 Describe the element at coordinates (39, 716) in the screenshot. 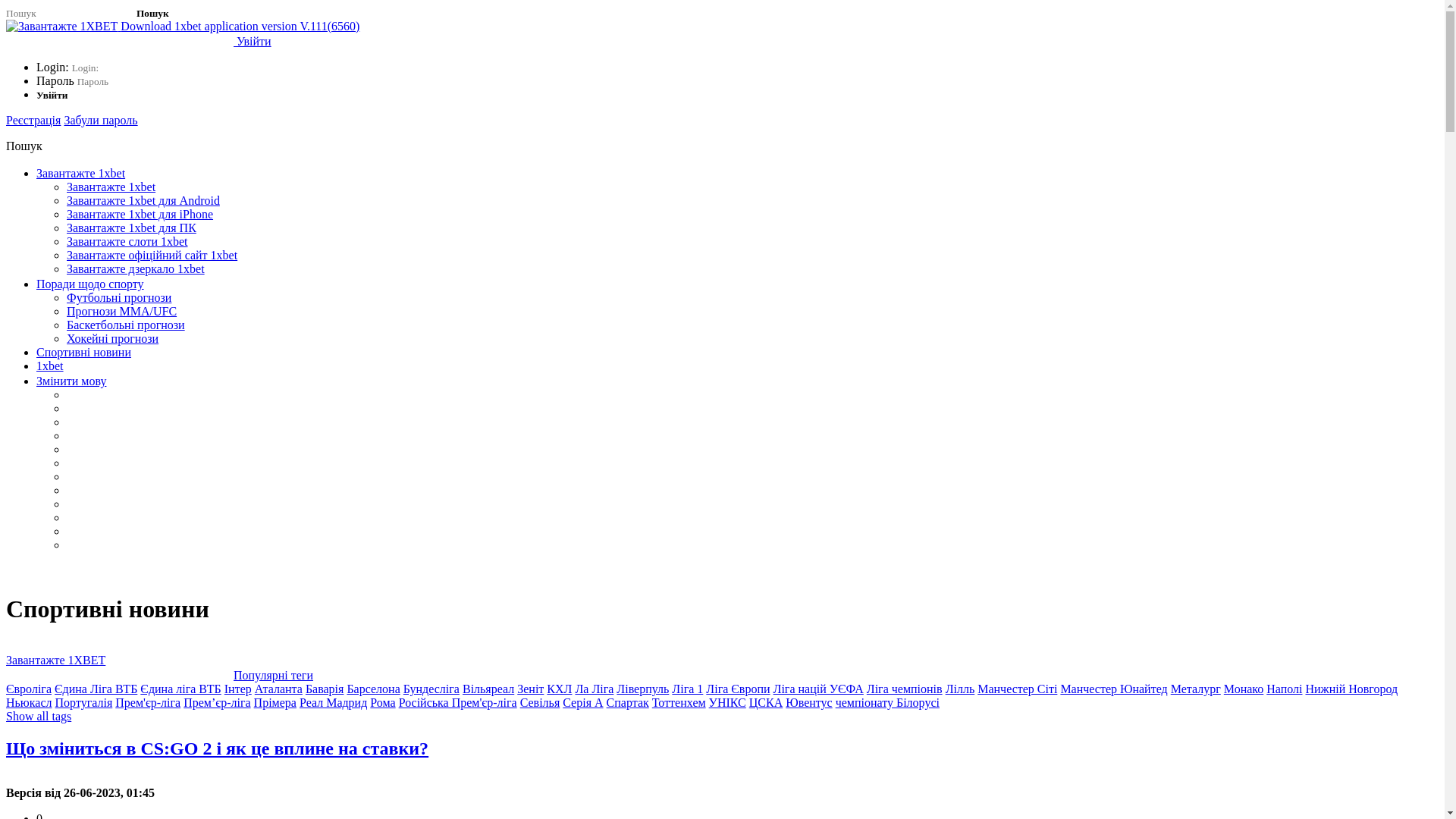

I see `'Show all tags'` at that location.